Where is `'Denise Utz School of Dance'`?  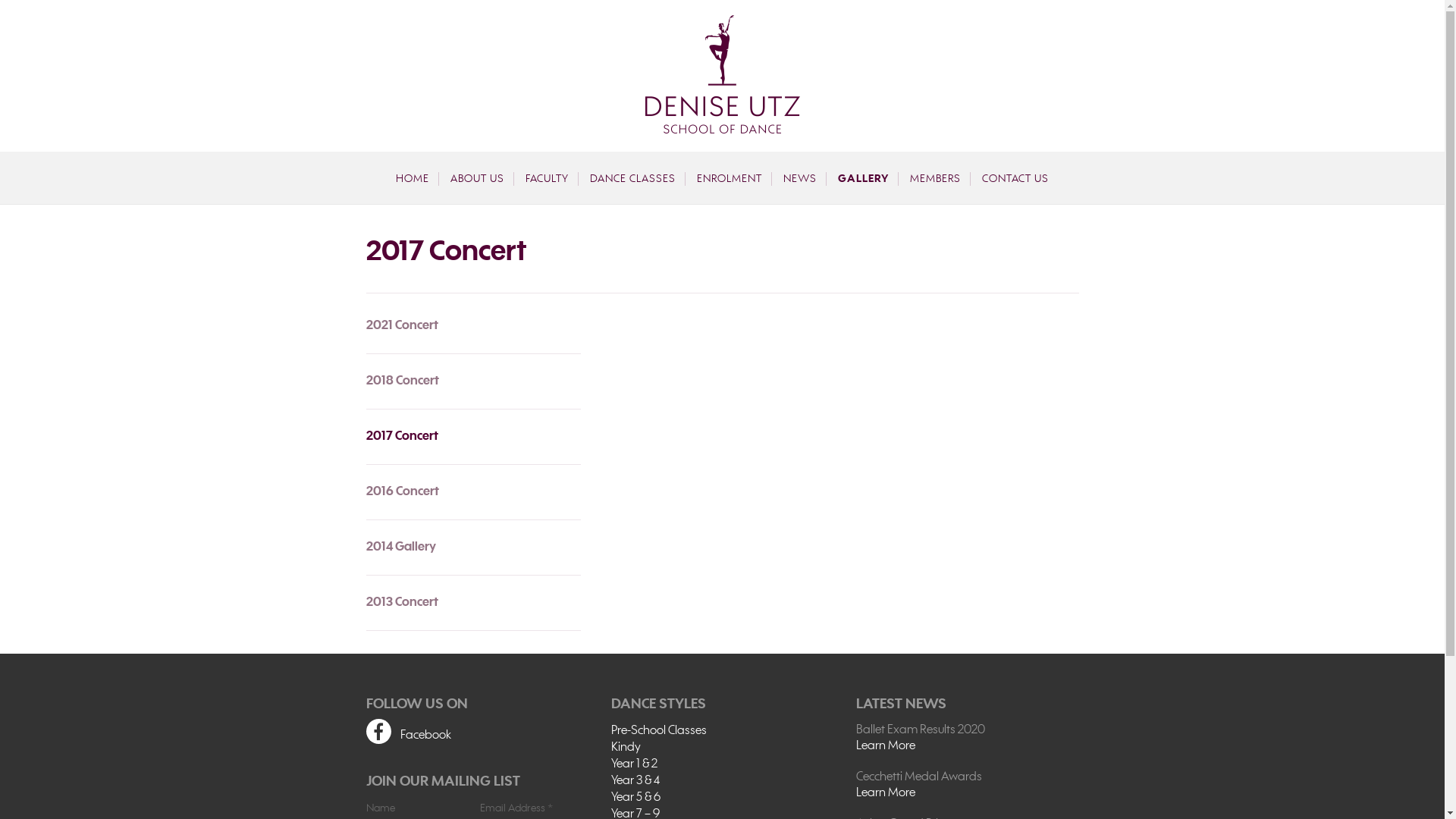
'Denise Utz School of Dance' is located at coordinates (644, 74).